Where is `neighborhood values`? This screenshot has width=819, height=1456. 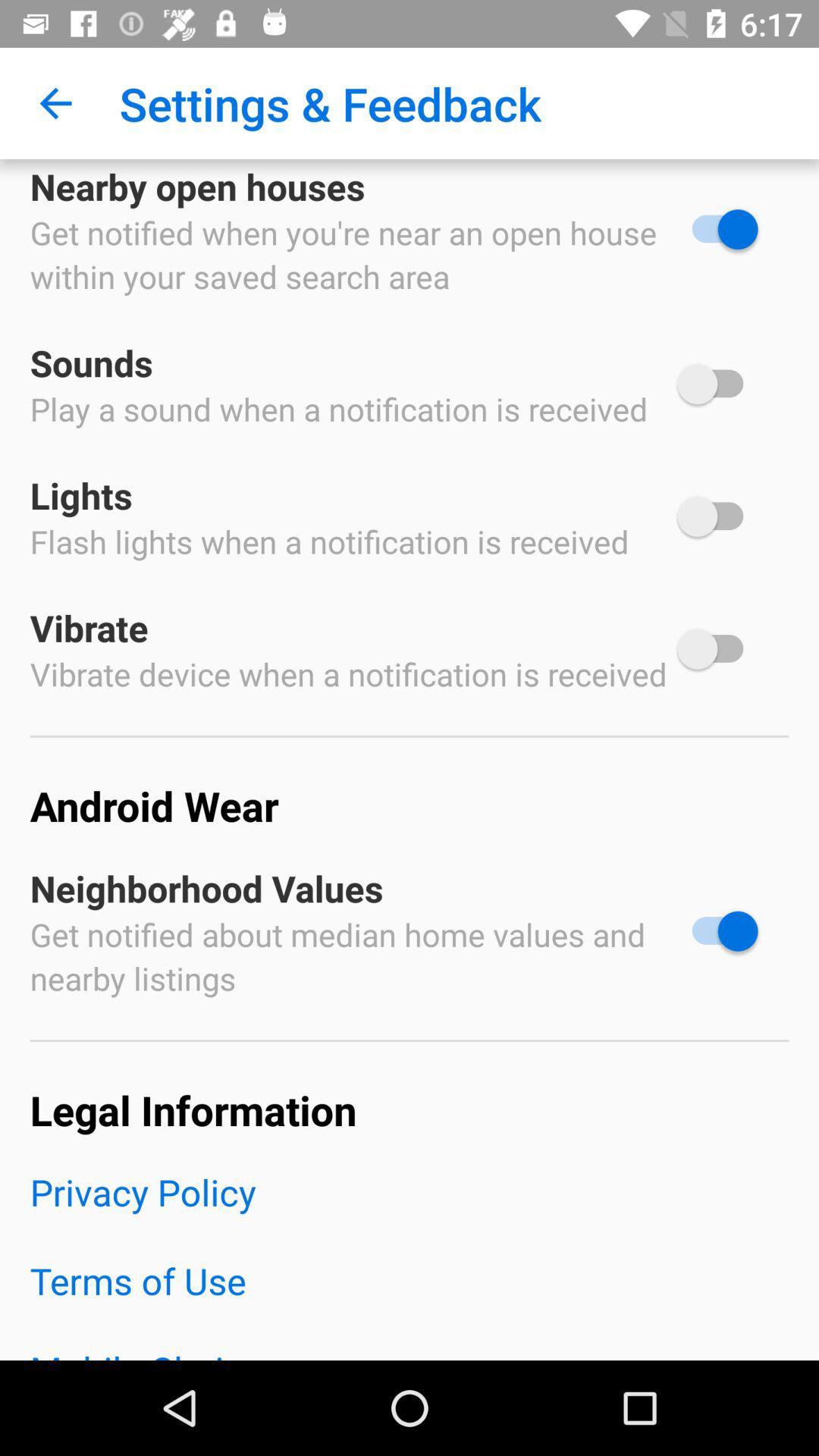 neighborhood values is located at coordinates (717, 930).